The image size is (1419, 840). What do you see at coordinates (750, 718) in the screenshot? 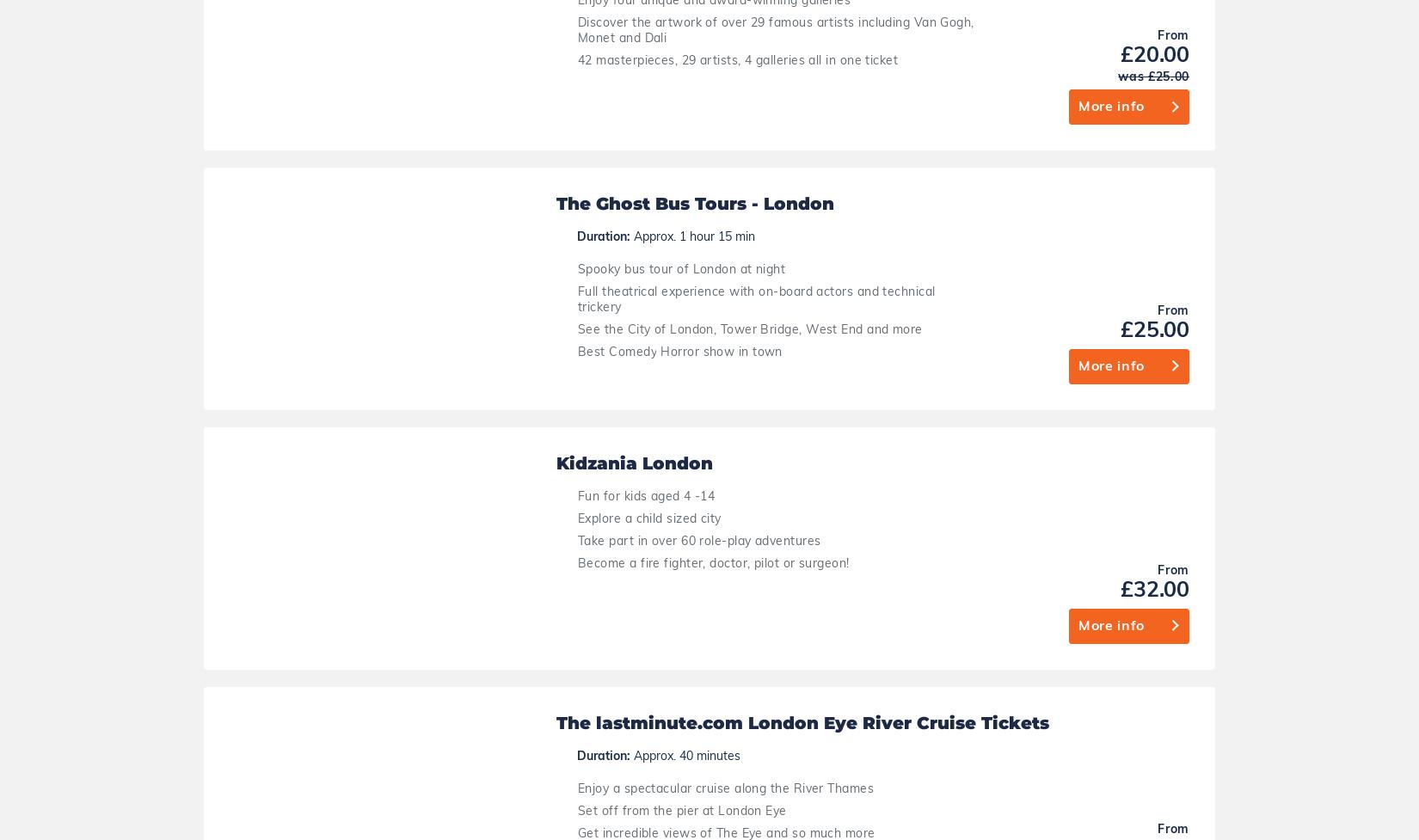
I see `'Posters, vehicles, footage, photography and so much more'` at bounding box center [750, 718].